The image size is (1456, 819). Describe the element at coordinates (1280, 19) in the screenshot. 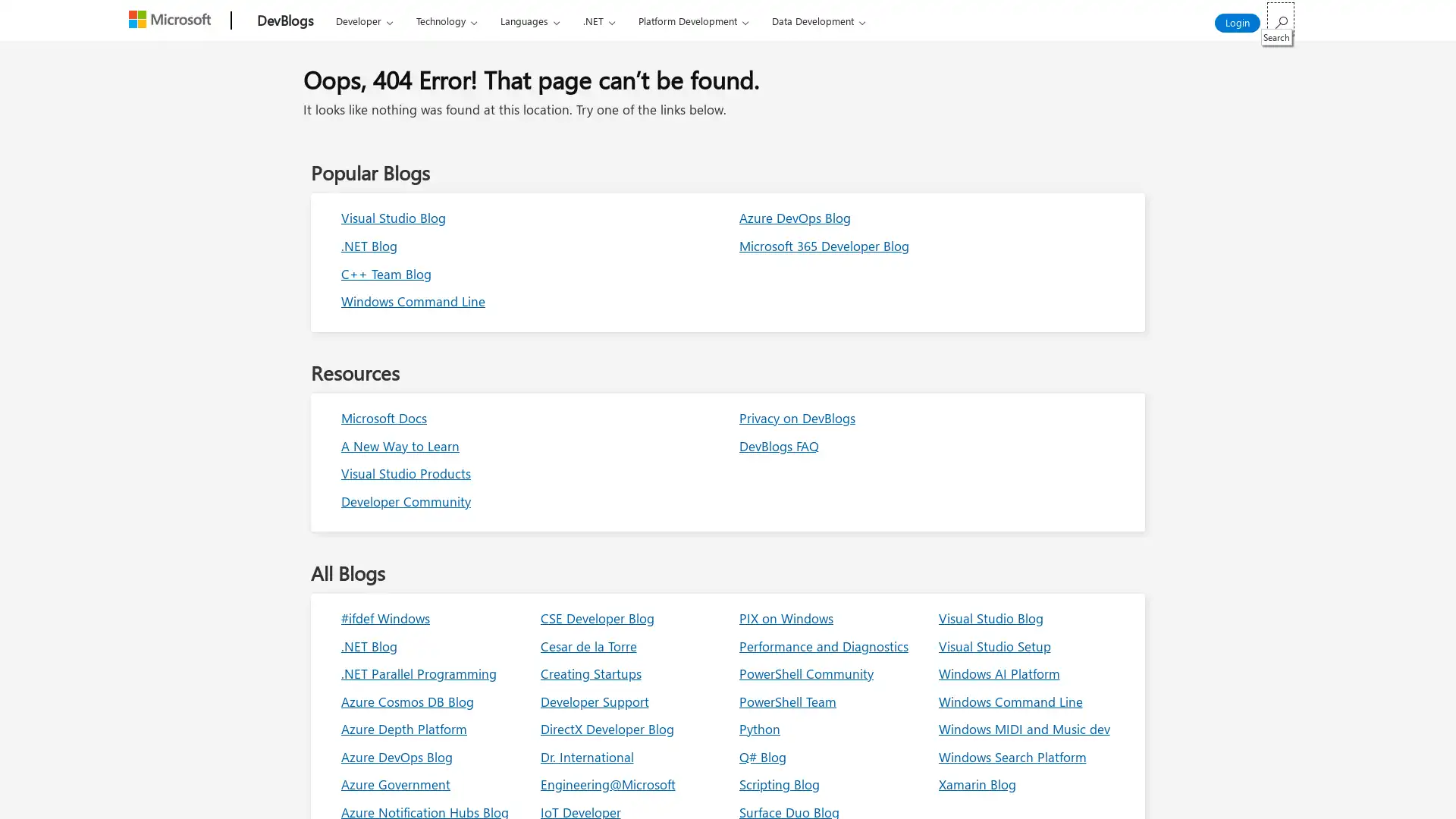

I see `Search` at that location.